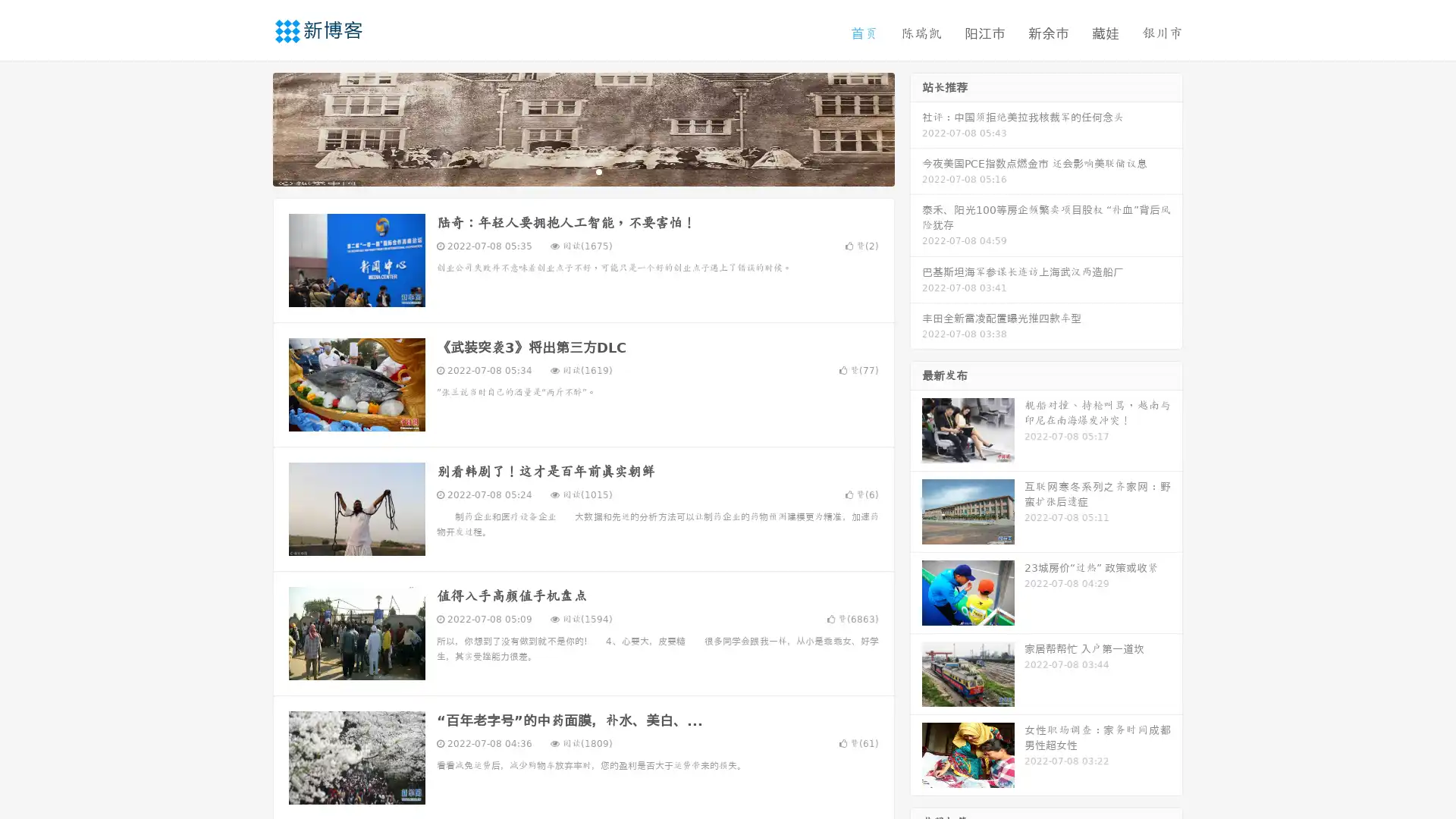  What do you see at coordinates (567, 171) in the screenshot?
I see `Go to slide 1` at bounding box center [567, 171].